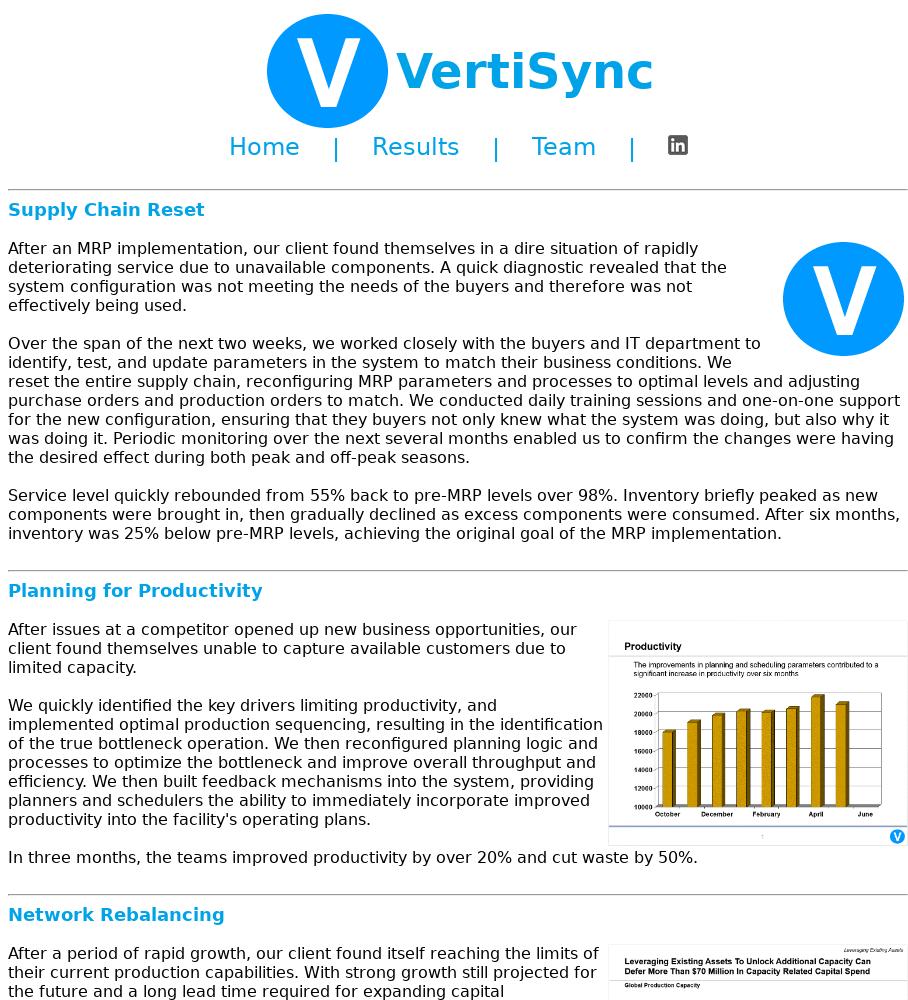 This screenshot has height=1000, width=908. Describe the element at coordinates (6, 914) in the screenshot. I see `'Network Rebalancing'` at that location.